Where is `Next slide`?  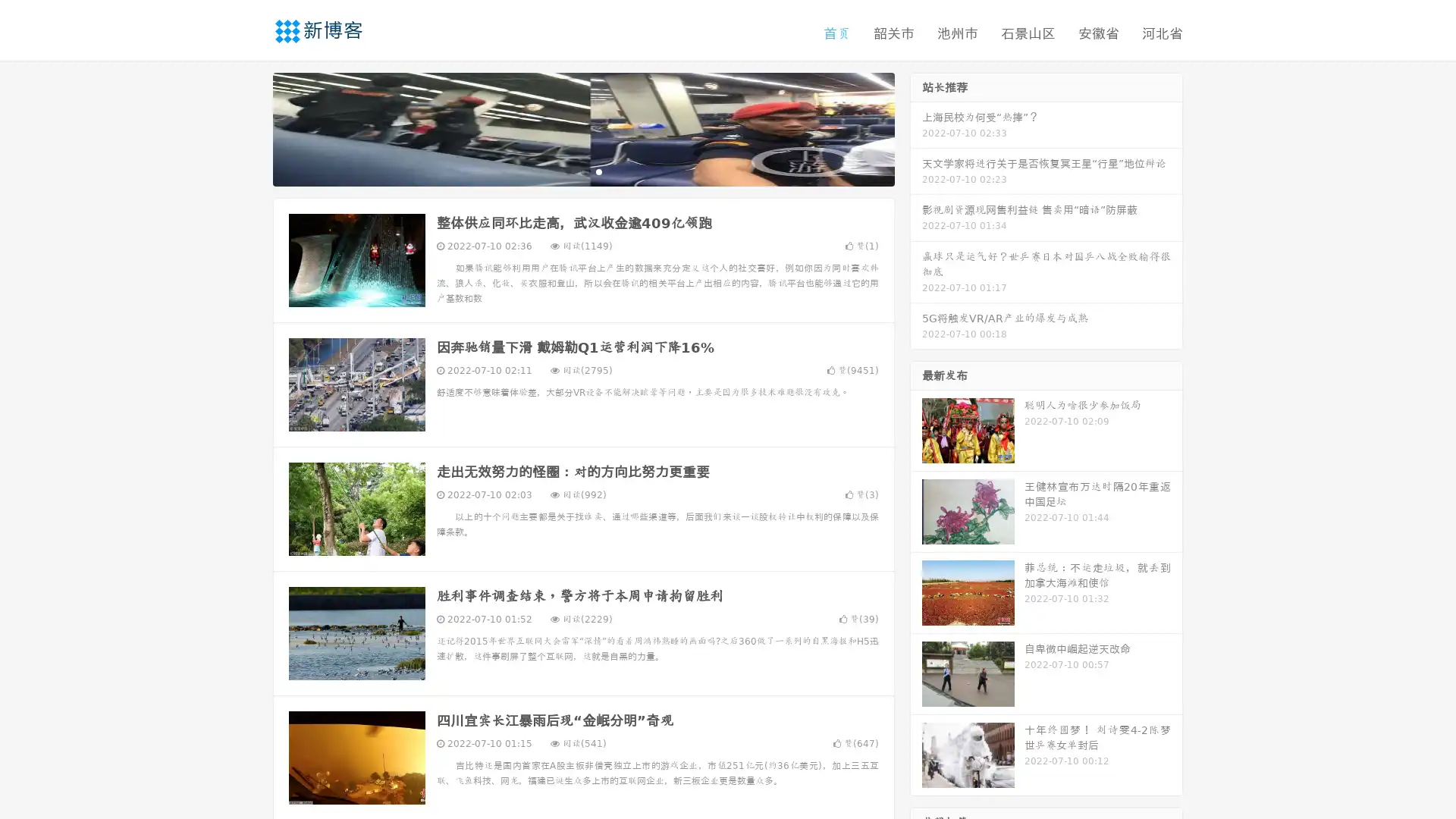
Next slide is located at coordinates (916, 127).